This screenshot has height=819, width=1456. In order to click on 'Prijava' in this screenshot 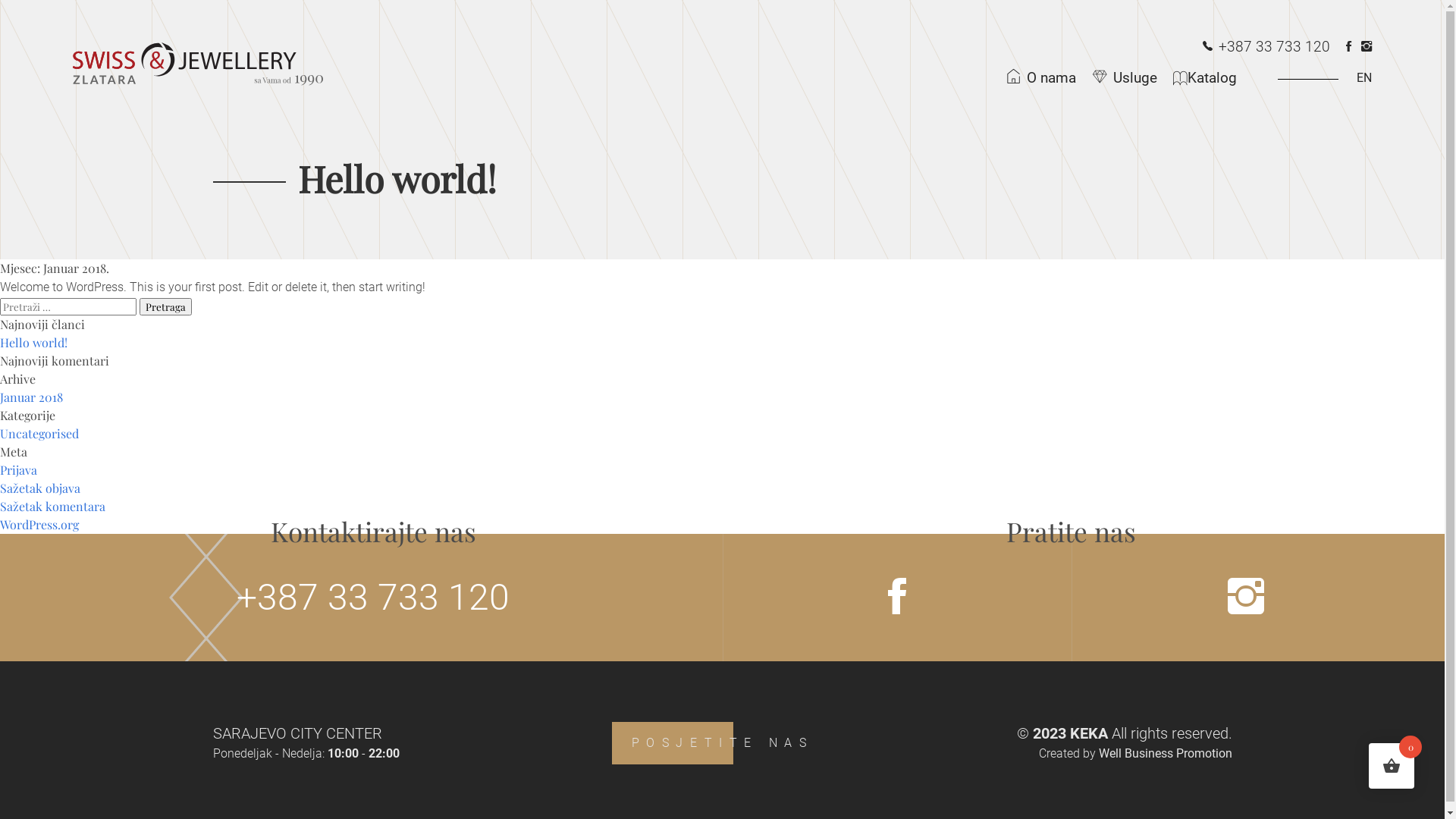, I will do `click(18, 469)`.